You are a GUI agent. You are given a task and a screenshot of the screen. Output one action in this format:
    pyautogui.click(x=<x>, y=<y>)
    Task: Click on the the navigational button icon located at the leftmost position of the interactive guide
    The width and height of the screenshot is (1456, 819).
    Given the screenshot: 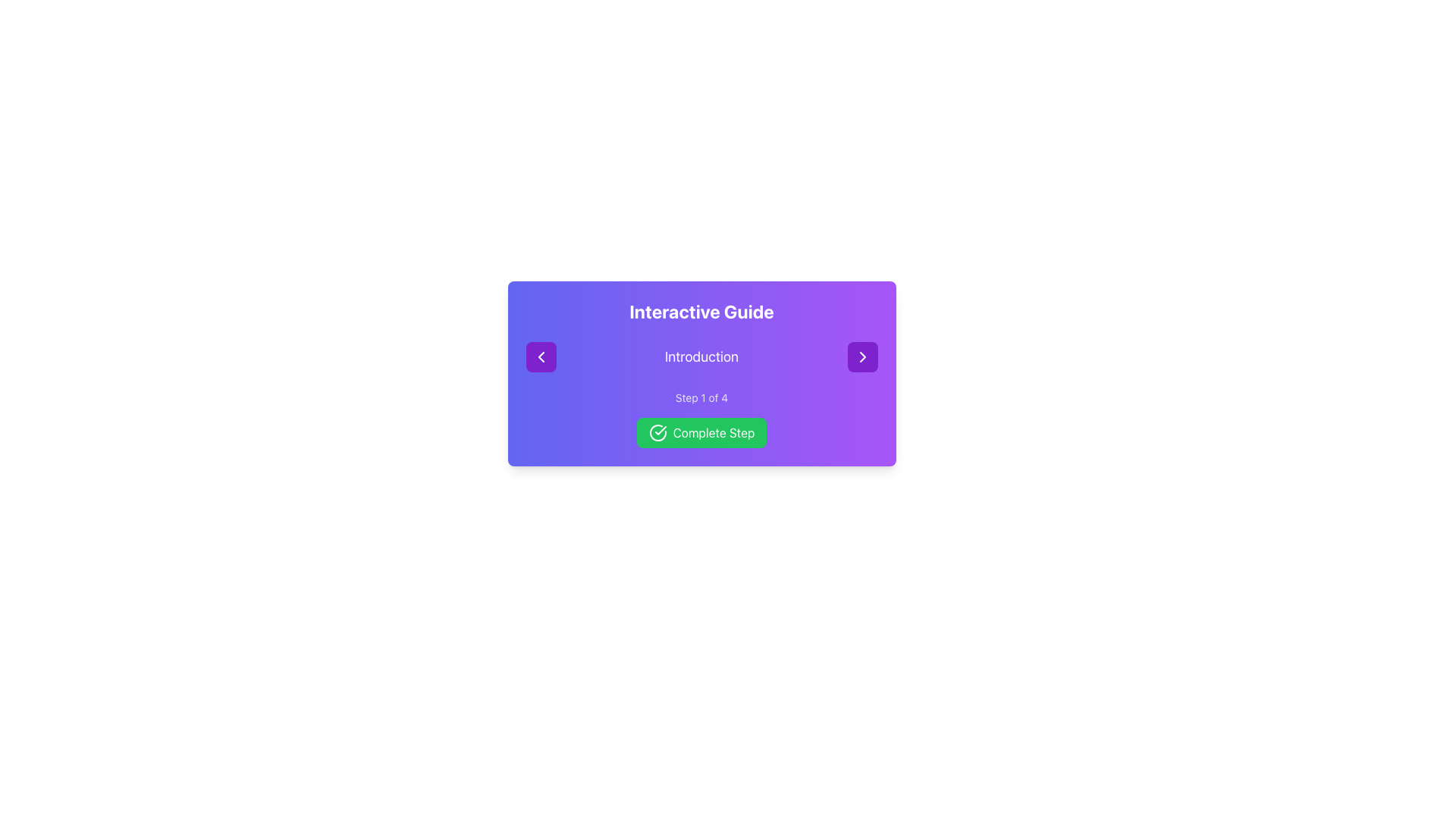 What is the action you would take?
    pyautogui.click(x=541, y=356)
    